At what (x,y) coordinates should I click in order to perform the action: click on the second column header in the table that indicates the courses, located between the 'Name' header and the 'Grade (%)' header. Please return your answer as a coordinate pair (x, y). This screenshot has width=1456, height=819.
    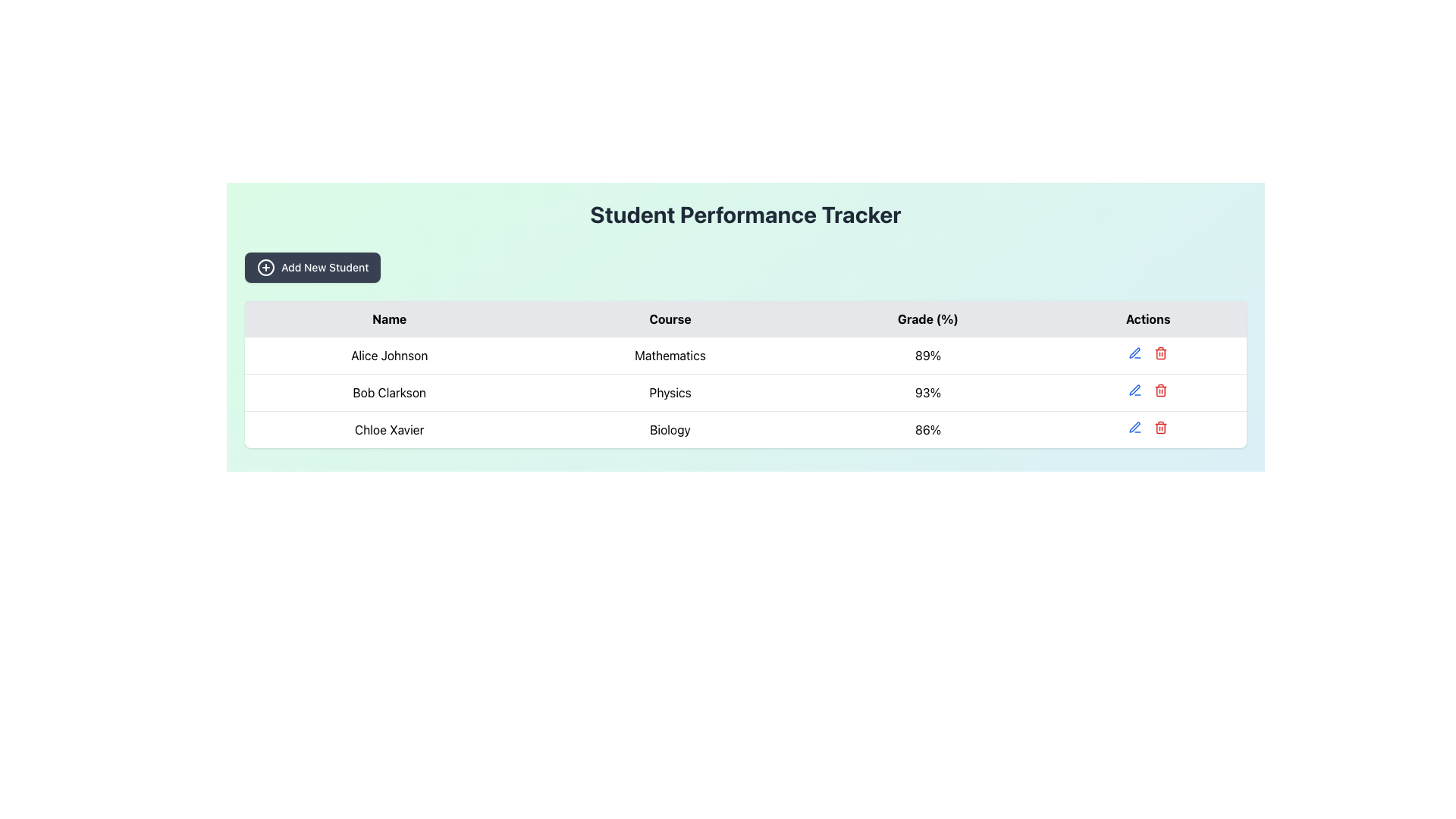
    Looking at the image, I should click on (669, 318).